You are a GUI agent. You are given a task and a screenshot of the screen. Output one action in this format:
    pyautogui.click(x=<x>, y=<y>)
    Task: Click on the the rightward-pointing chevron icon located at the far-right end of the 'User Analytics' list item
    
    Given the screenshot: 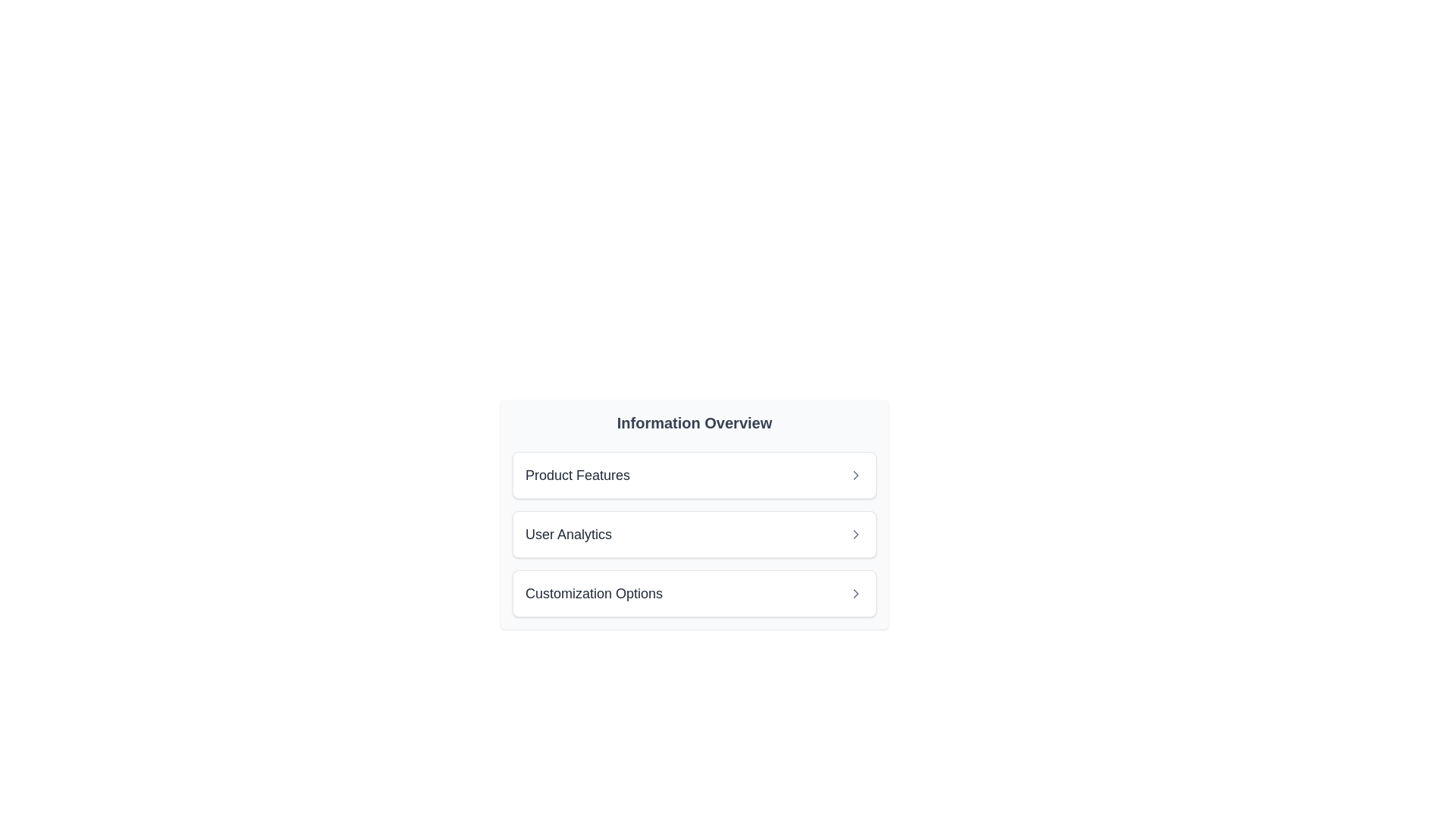 What is the action you would take?
    pyautogui.click(x=855, y=534)
    